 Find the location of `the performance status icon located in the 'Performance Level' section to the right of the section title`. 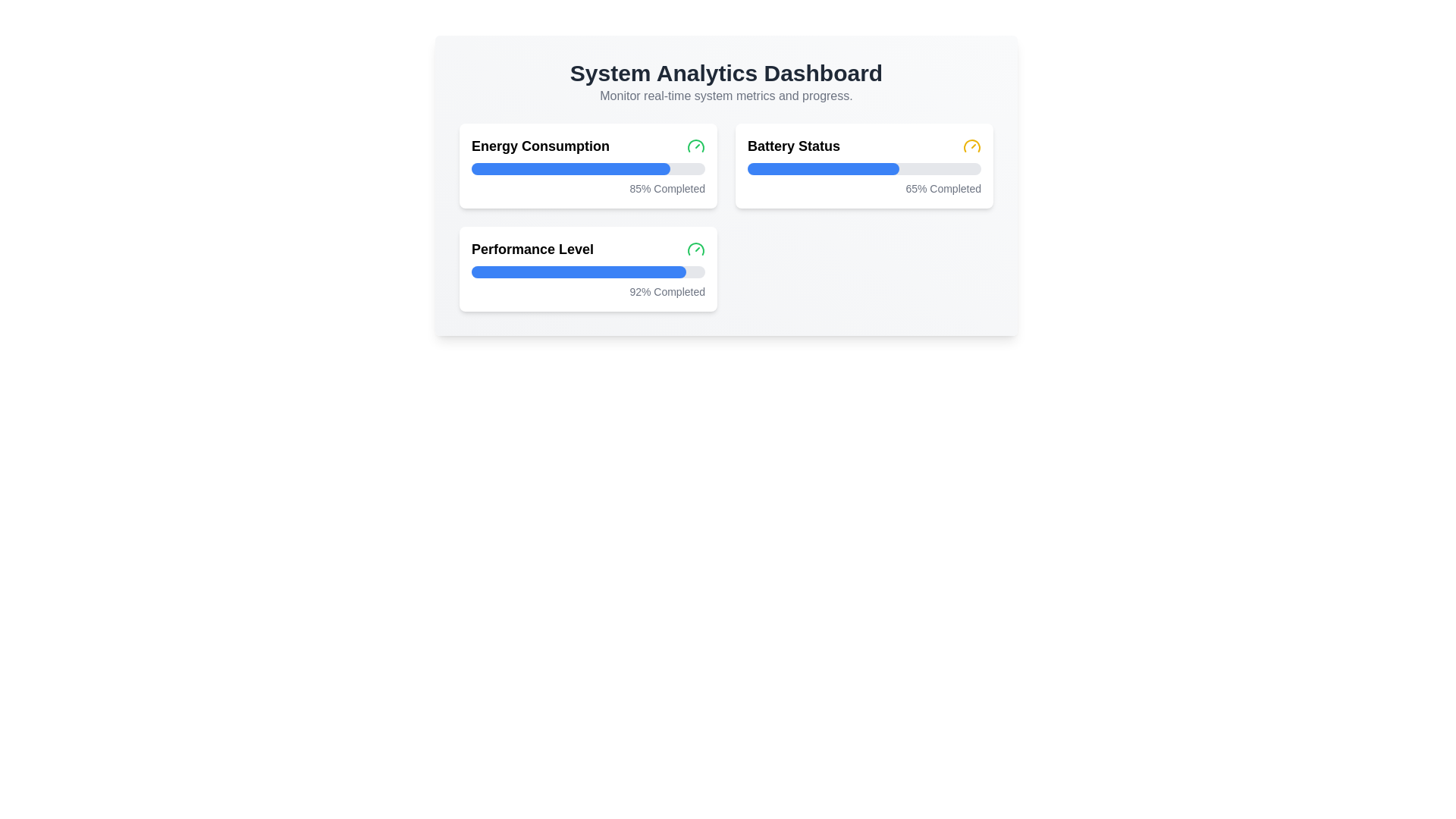

the performance status icon located in the 'Performance Level' section to the right of the section title is located at coordinates (695, 248).